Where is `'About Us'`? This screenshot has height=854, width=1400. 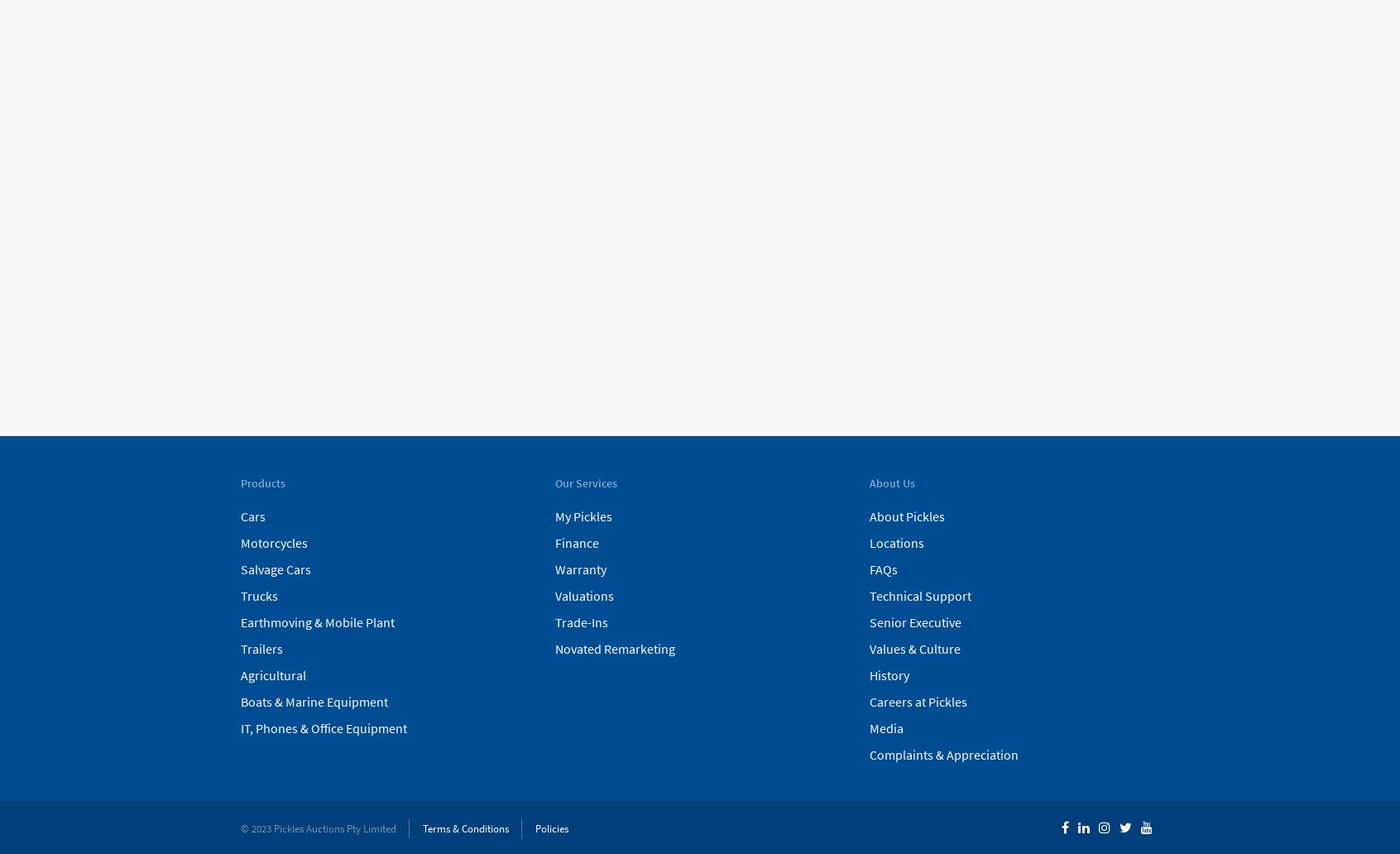
'About Us' is located at coordinates (891, 483).